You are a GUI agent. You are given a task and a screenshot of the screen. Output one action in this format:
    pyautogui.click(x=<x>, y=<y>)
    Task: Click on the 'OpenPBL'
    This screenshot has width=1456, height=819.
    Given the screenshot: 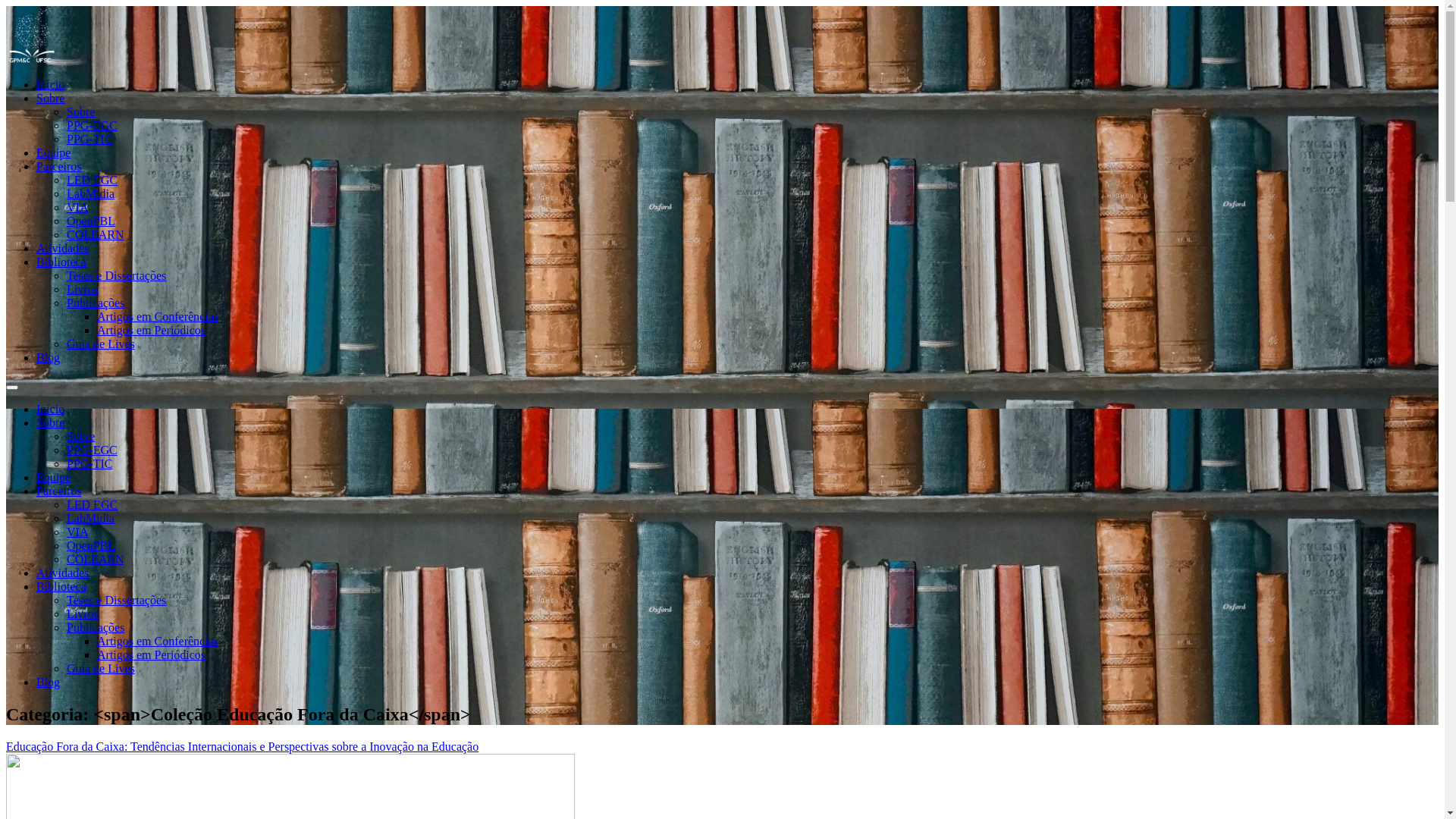 What is the action you would take?
    pyautogui.click(x=90, y=544)
    